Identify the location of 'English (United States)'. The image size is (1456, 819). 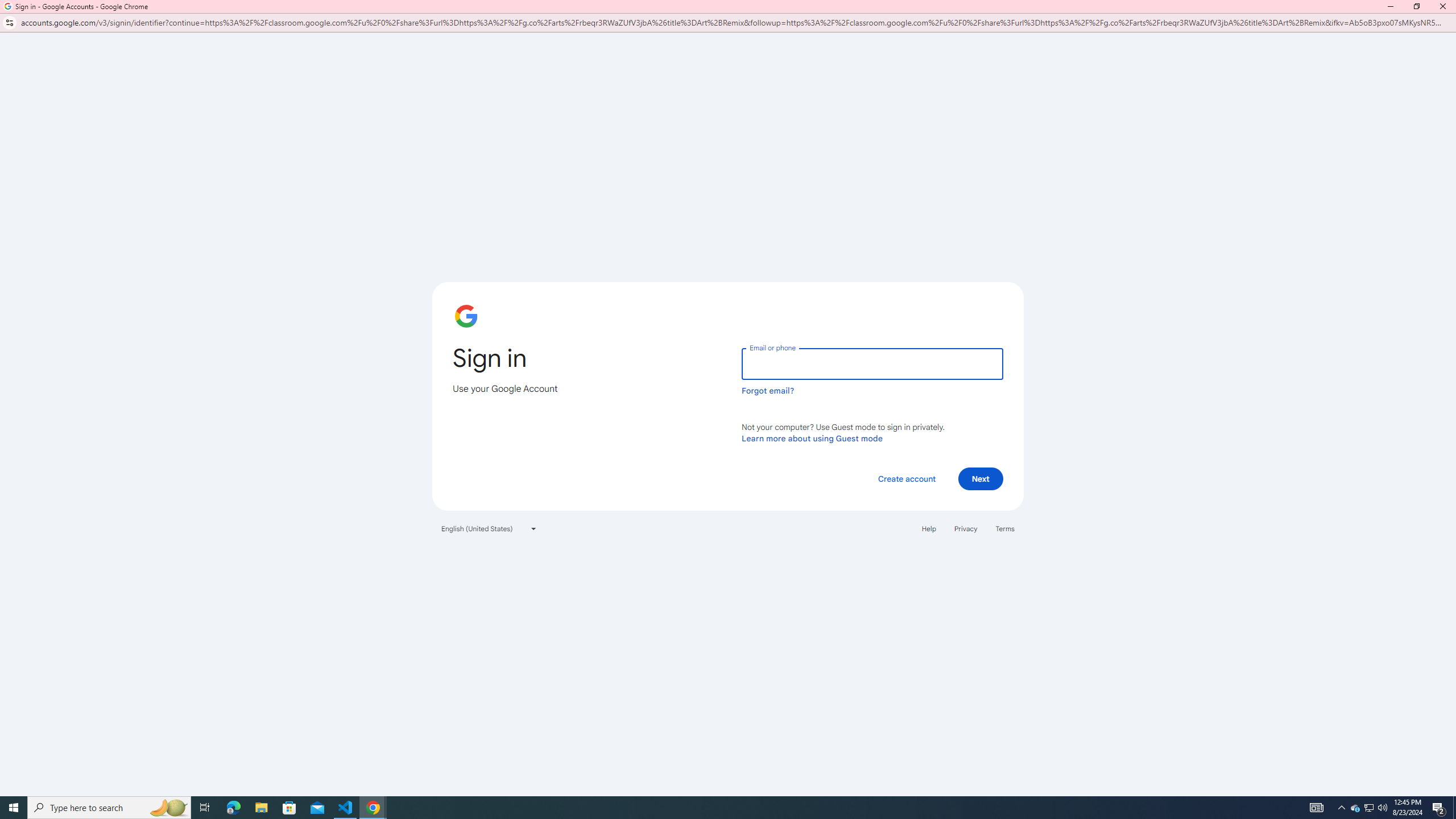
(489, 529).